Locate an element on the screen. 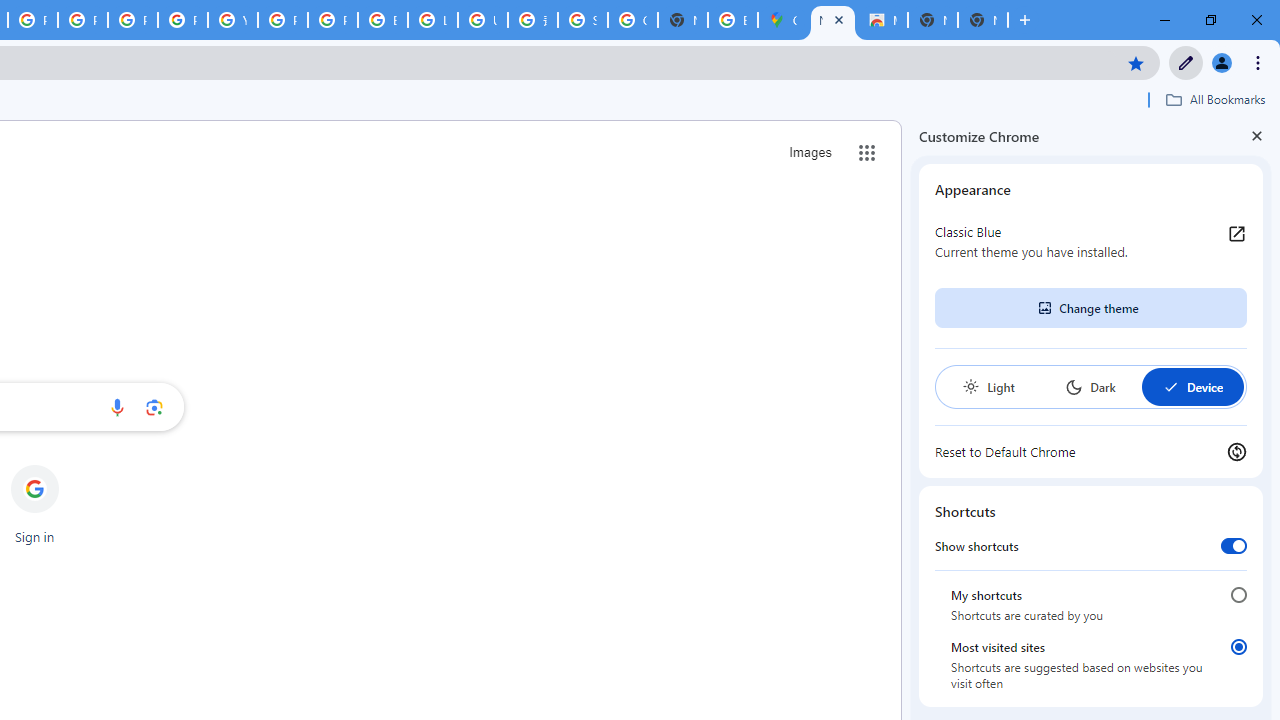 The image size is (1280, 720). 'Search by voice' is located at coordinates (116, 406).